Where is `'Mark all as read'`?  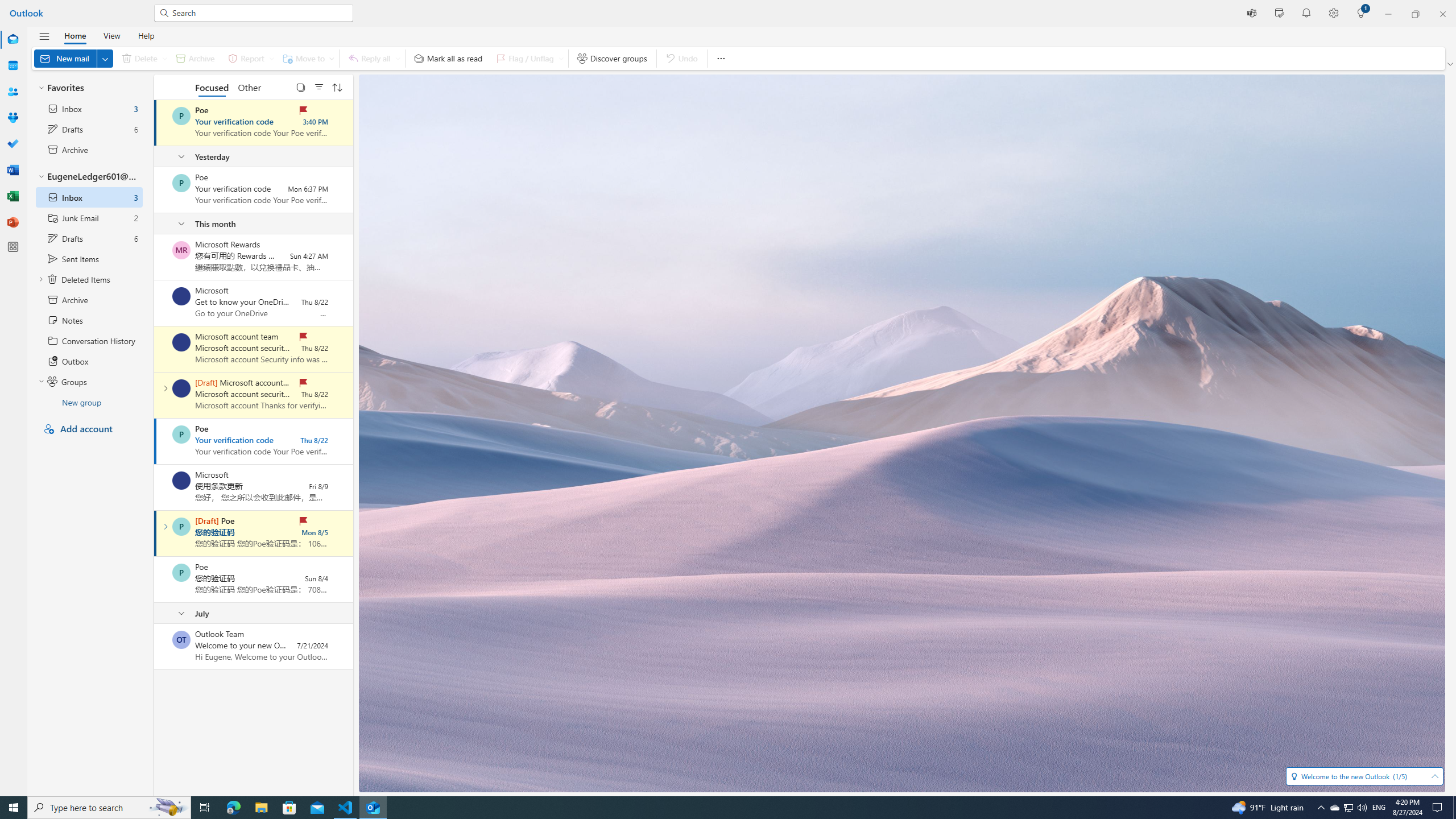
'Mark all as read' is located at coordinates (448, 58).